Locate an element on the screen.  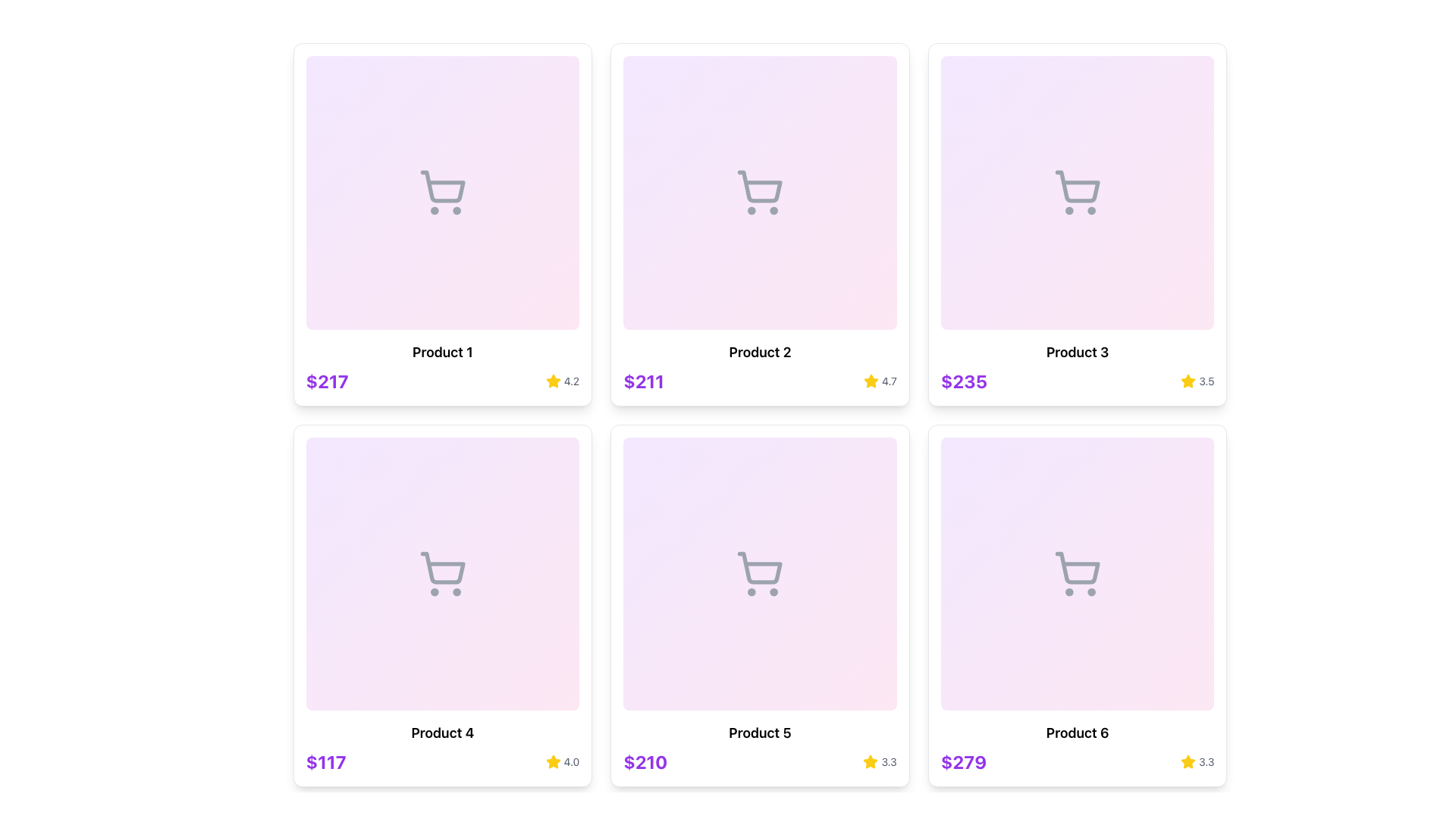
the product card located in the leftmost position of the second row is located at coordinates (441, 604).